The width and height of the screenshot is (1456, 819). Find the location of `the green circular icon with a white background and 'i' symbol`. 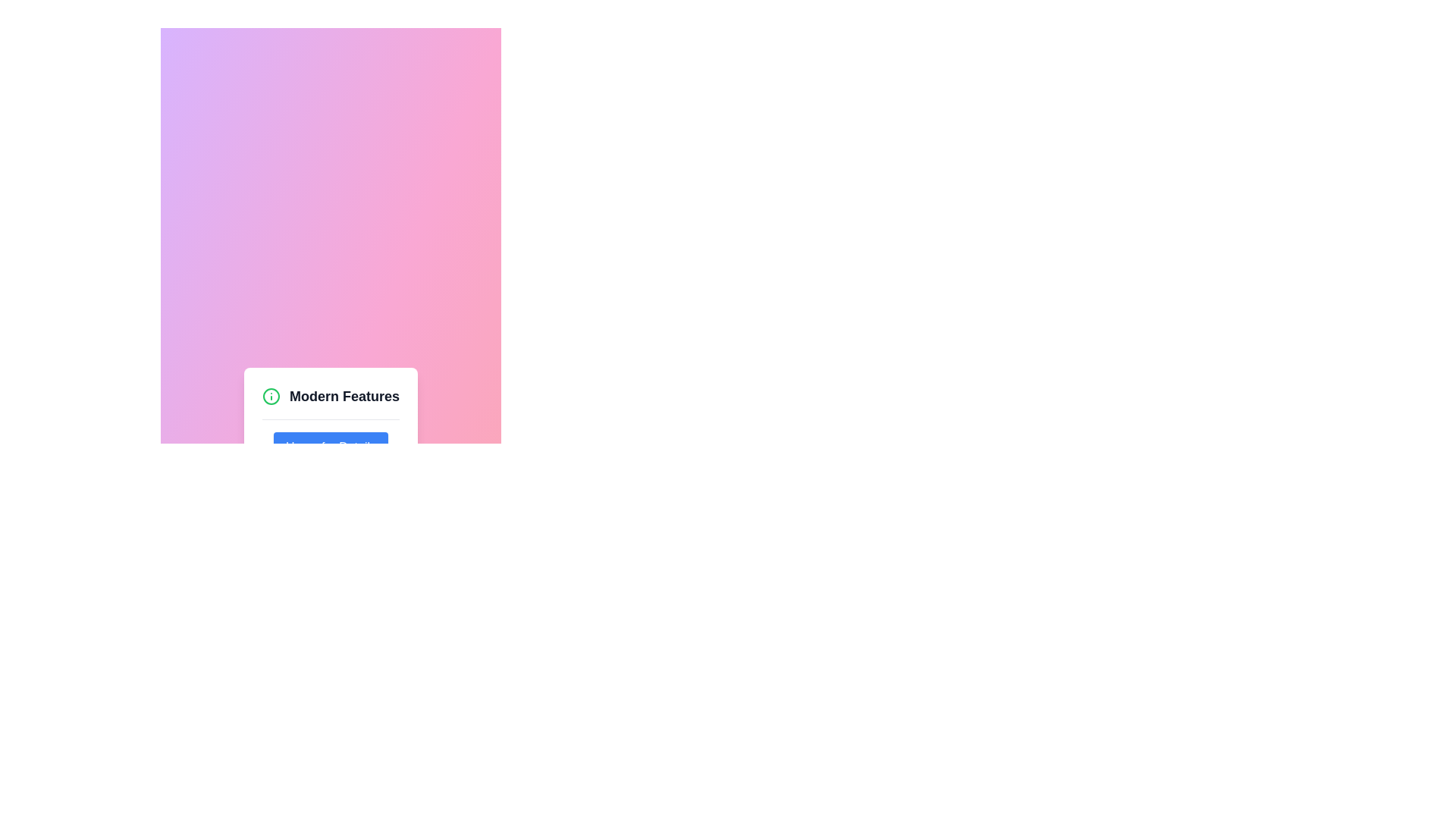

the green circular icon with a white background and 'i' symbol is located at coordinates (271, 395).